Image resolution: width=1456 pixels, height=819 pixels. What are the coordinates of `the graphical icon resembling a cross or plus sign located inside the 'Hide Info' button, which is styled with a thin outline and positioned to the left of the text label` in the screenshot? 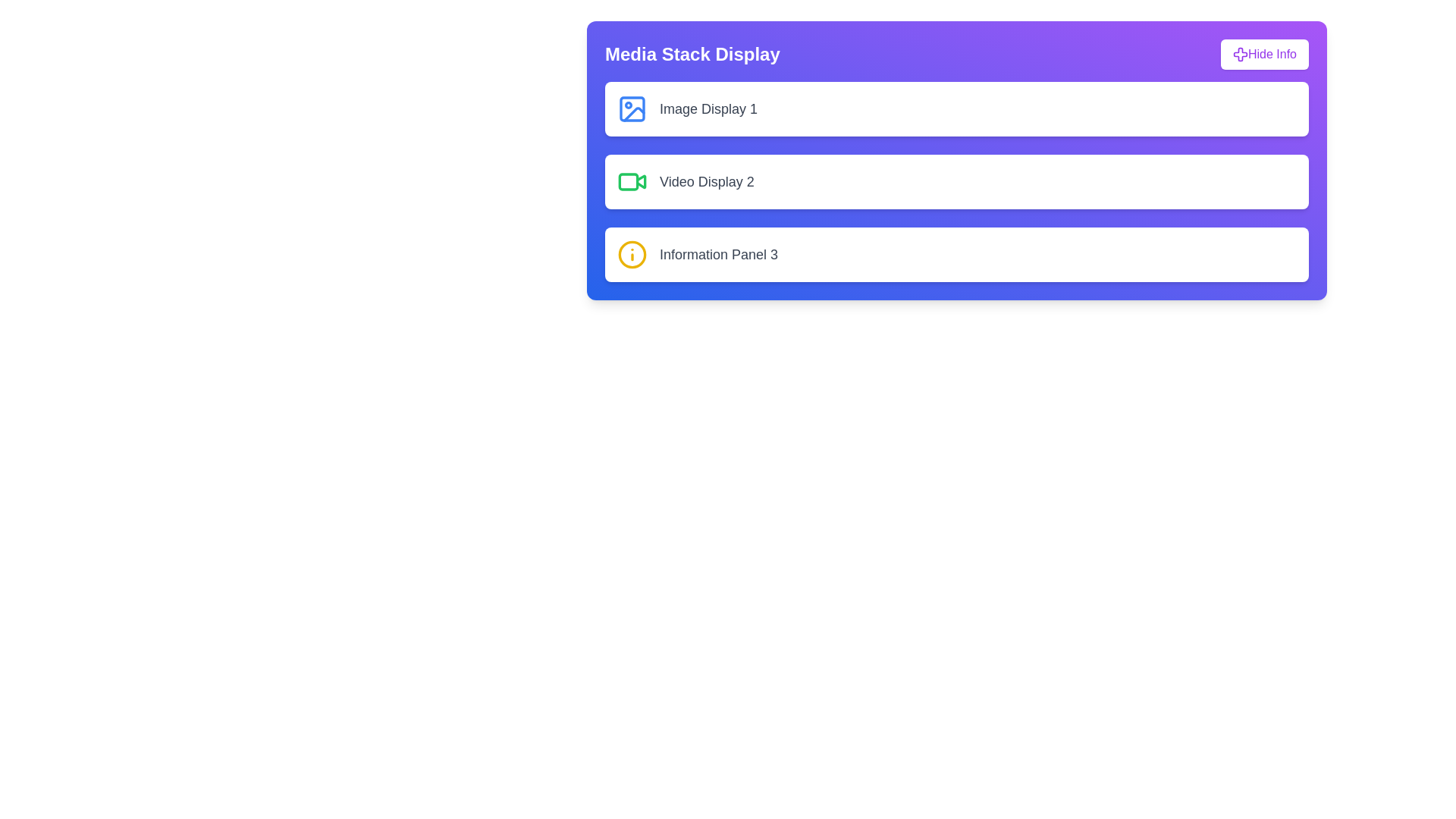 It's located at (1241, 54).